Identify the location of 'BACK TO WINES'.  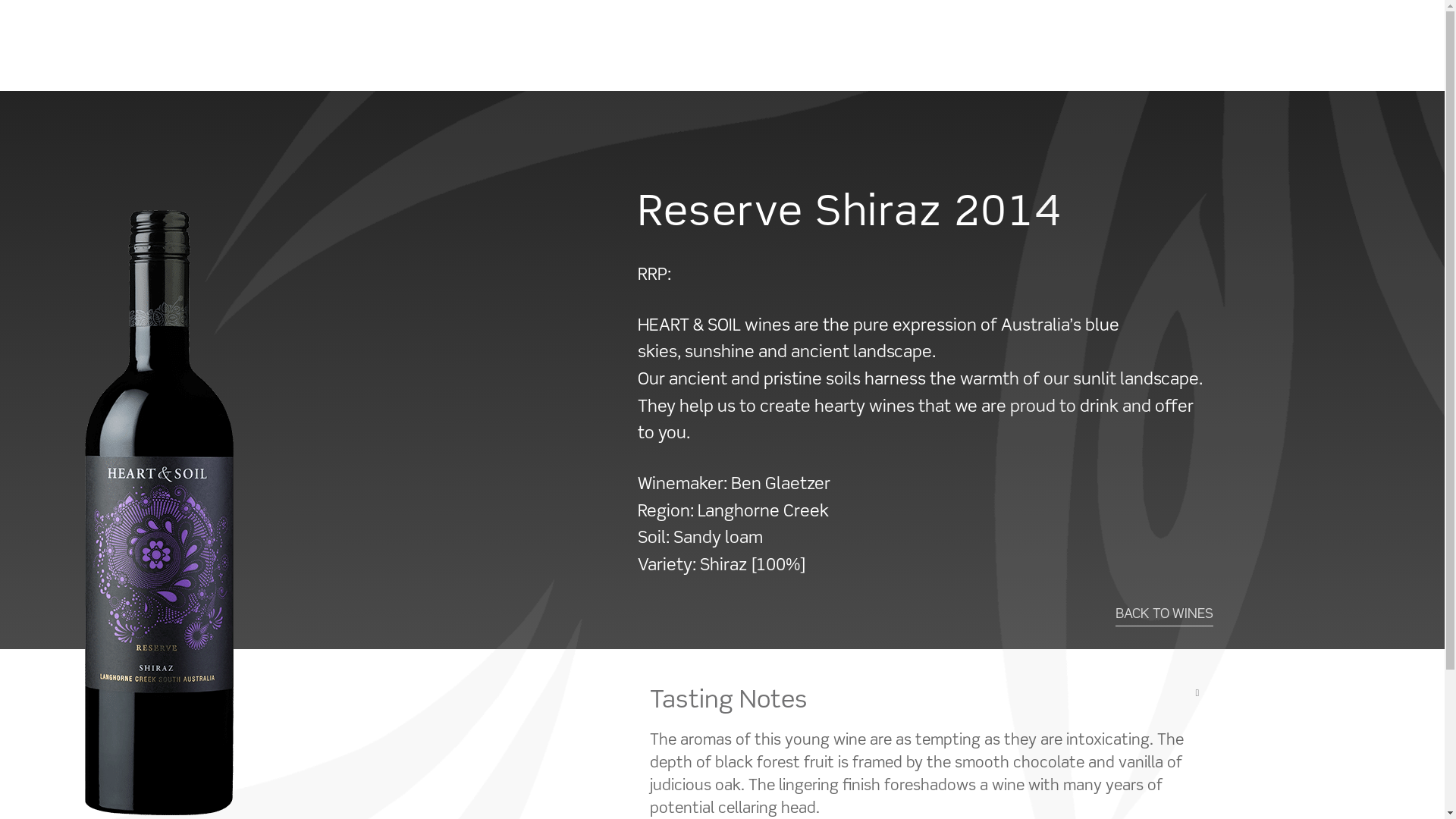
(1115, 614).